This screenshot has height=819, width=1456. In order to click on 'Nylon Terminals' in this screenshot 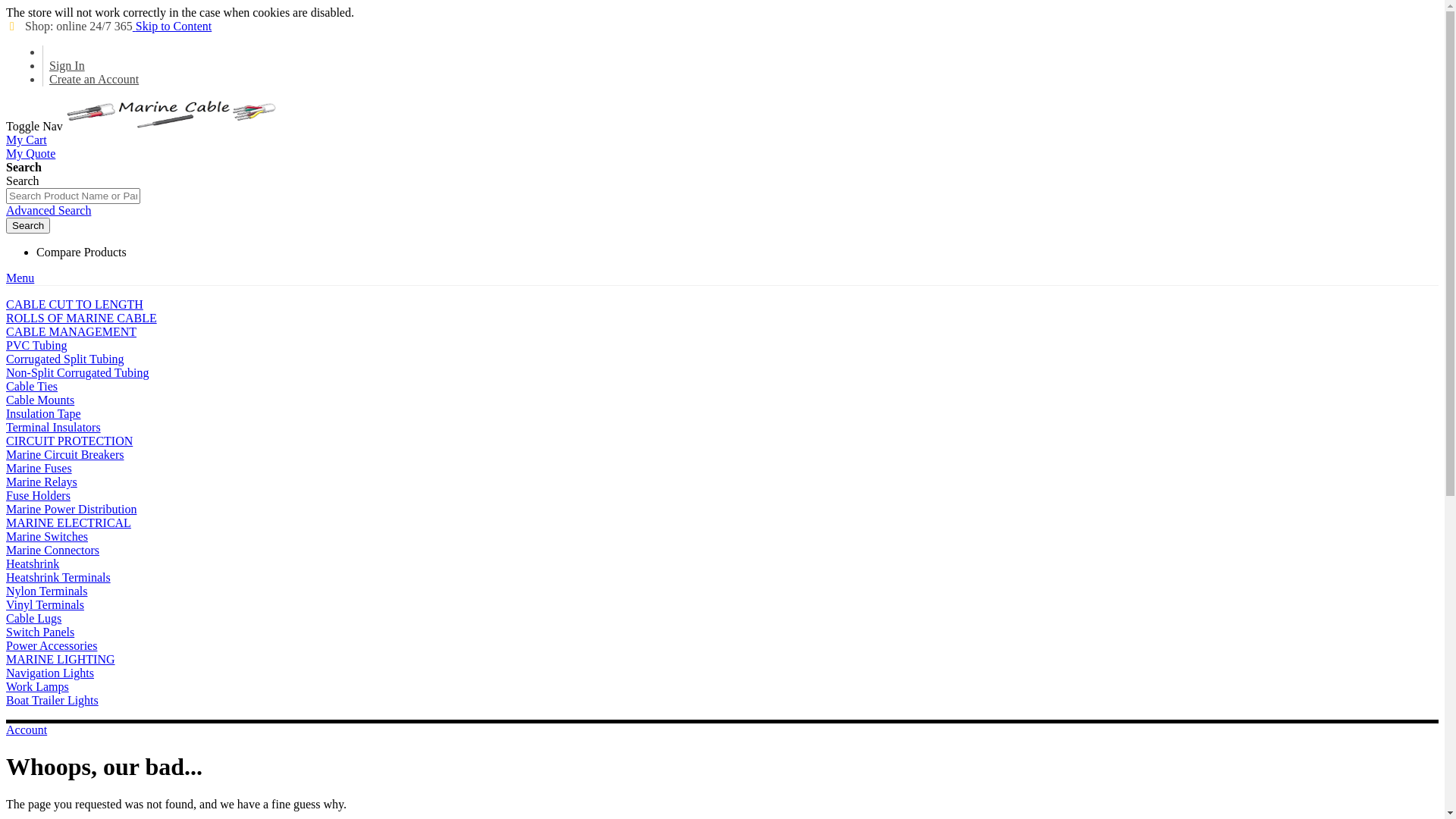, I will do `click(6, 590)`.